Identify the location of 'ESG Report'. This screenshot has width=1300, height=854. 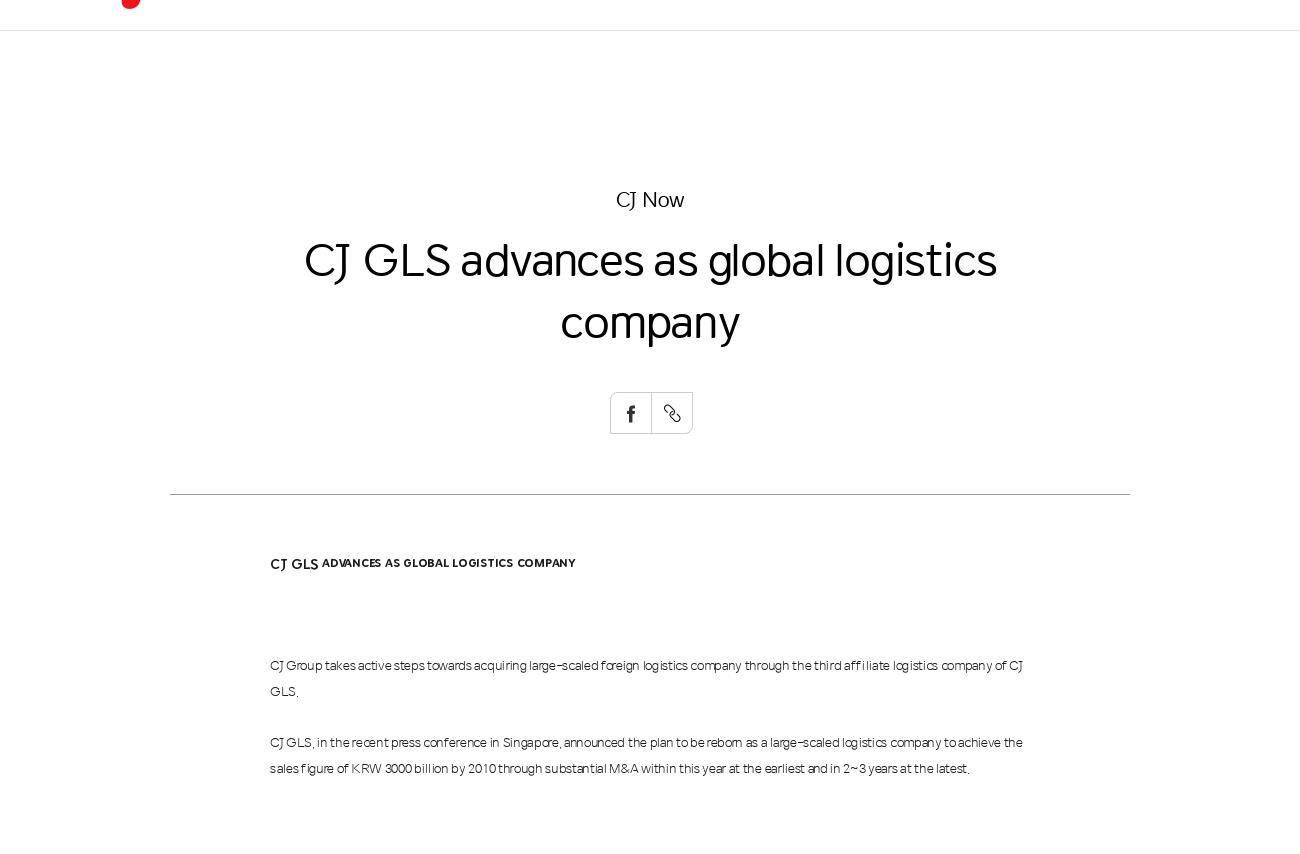
(665, 194).